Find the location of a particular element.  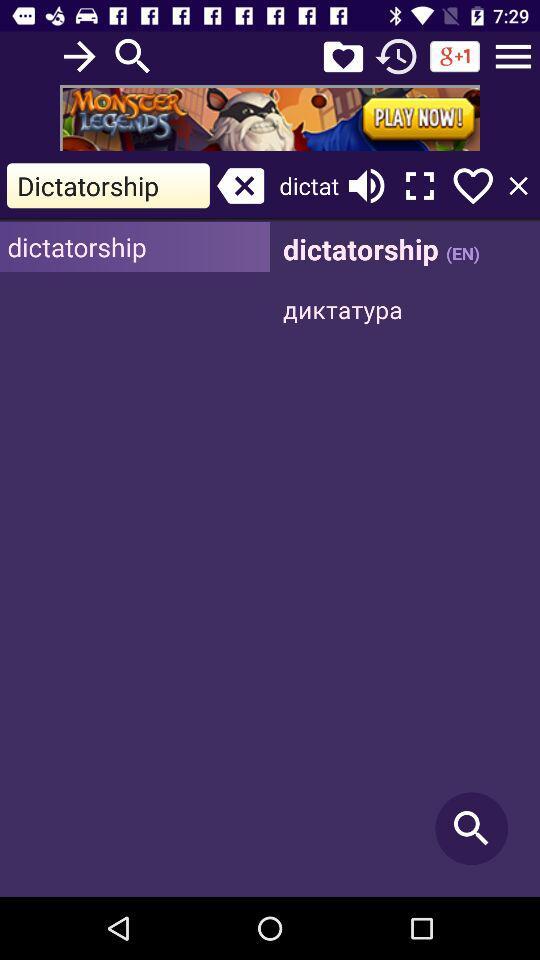

foward is located at coordinates (78, 55).